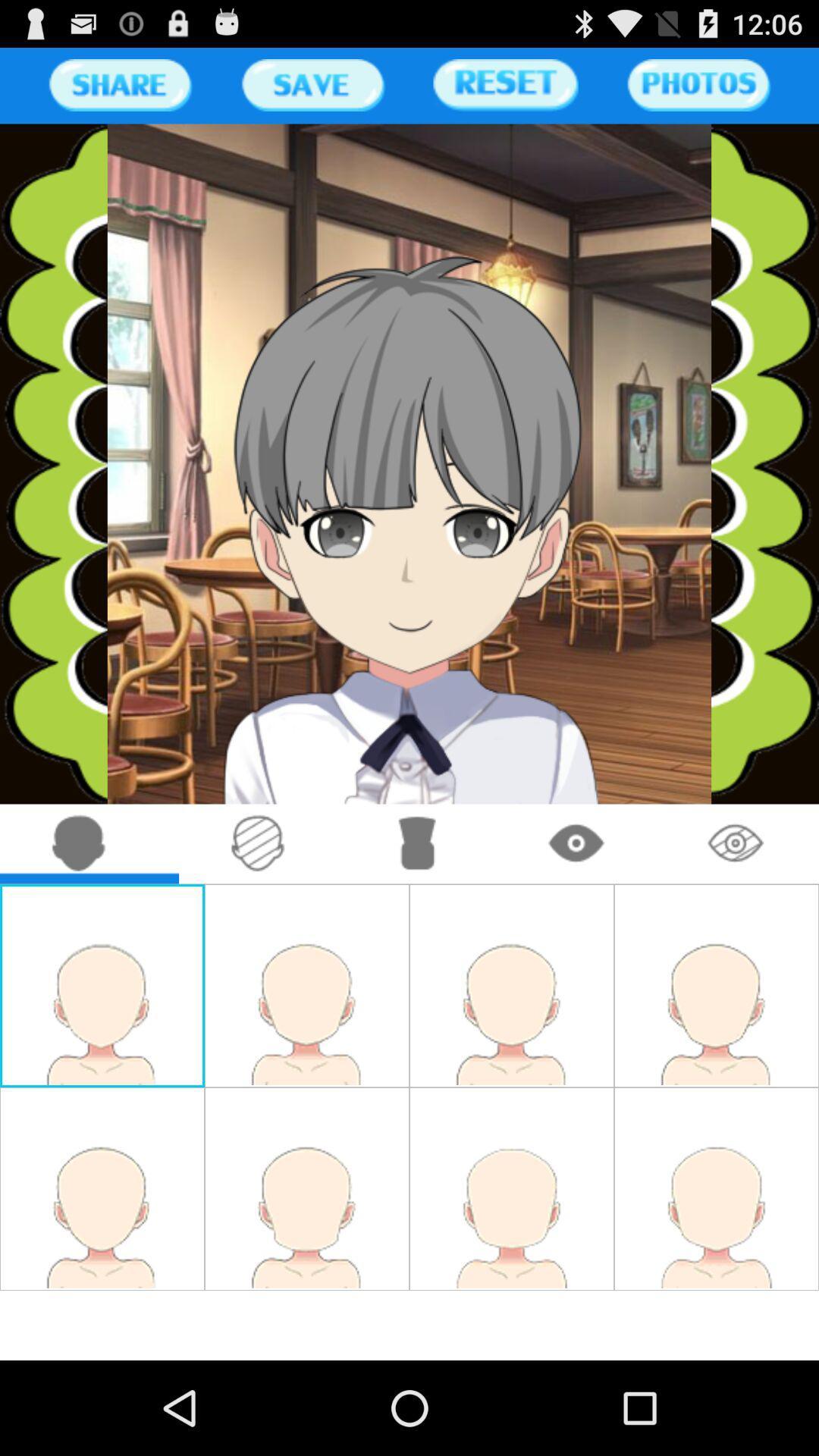 The image size is (819, 1456). I want to click on modify eyes, so click(577, 843).